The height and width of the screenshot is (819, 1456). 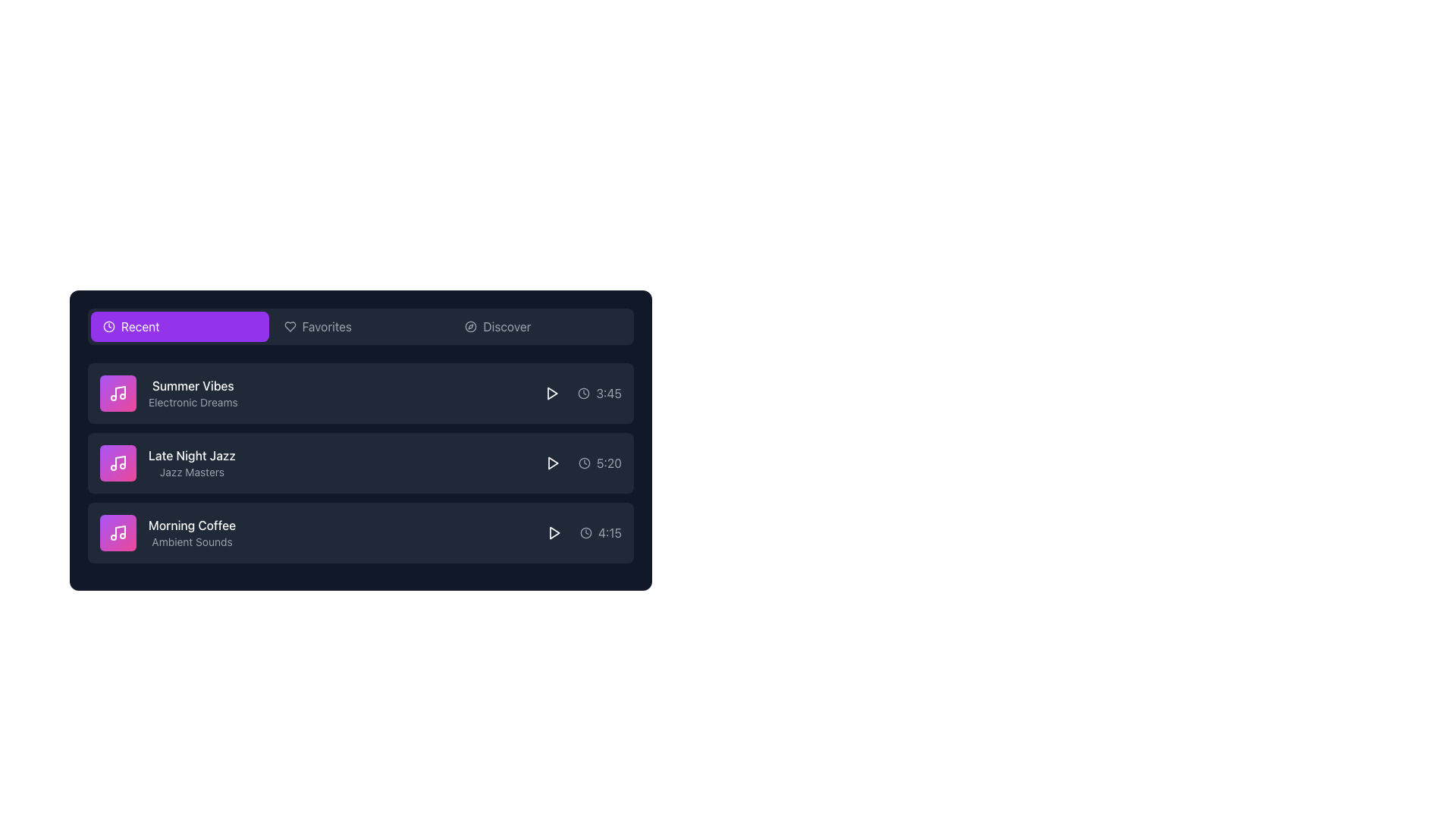 What do you see at coordinates (118, 532) in the screenshot?
I see `the music icon associated with the track 'Morning Coffee' located at the start of the third row, which is encapsulated within a button labeled 'Morning Coffee' and 'Ambient Sounds'` at bounding box center [118, 532].